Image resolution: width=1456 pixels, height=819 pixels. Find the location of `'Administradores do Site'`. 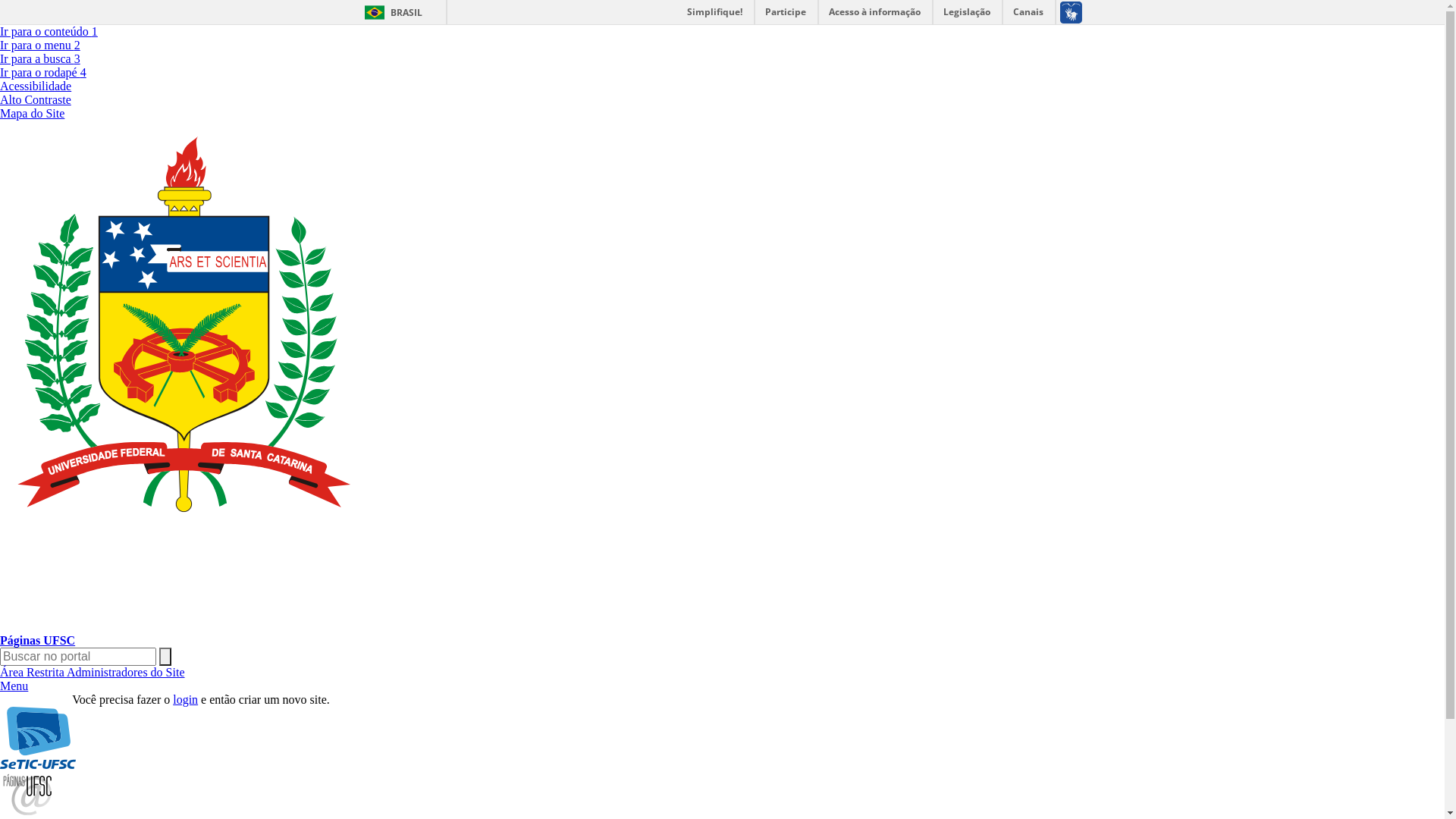

'Administradores do Site' is located at coordinates (65, 671).